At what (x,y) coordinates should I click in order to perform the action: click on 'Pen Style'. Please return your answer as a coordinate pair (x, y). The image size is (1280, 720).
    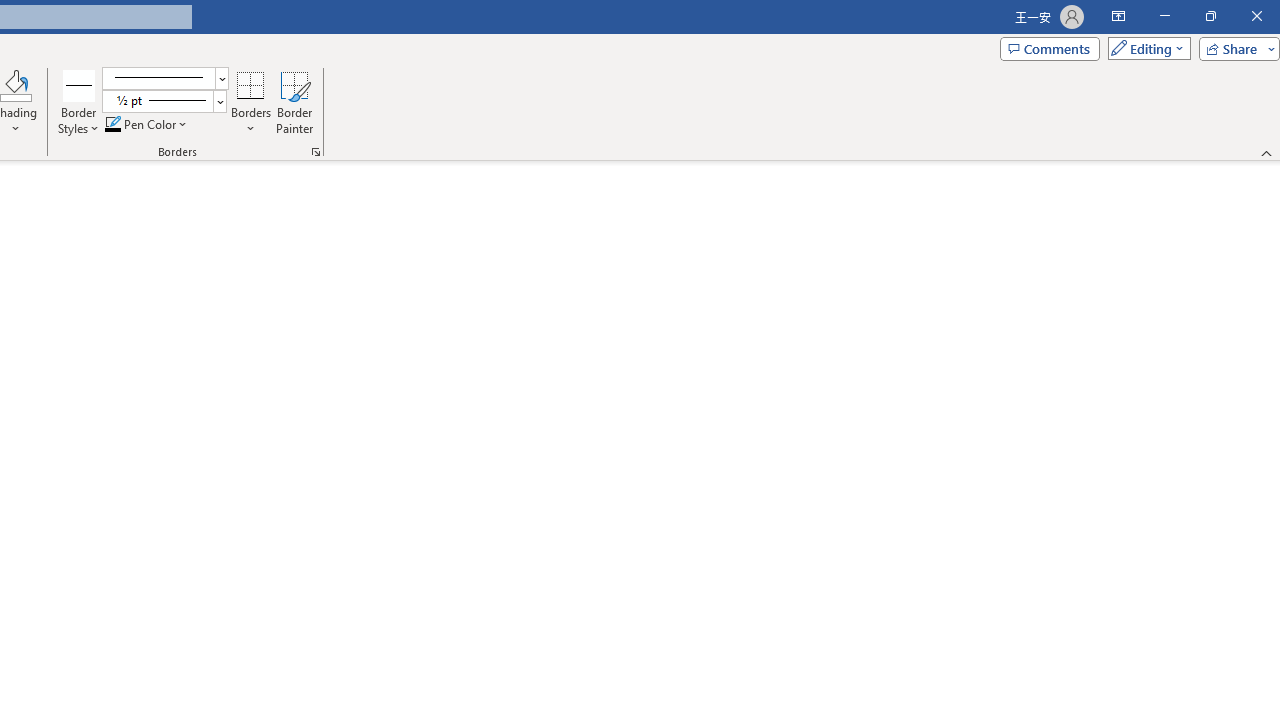
    Looking at the image, I should click on (165, 77).